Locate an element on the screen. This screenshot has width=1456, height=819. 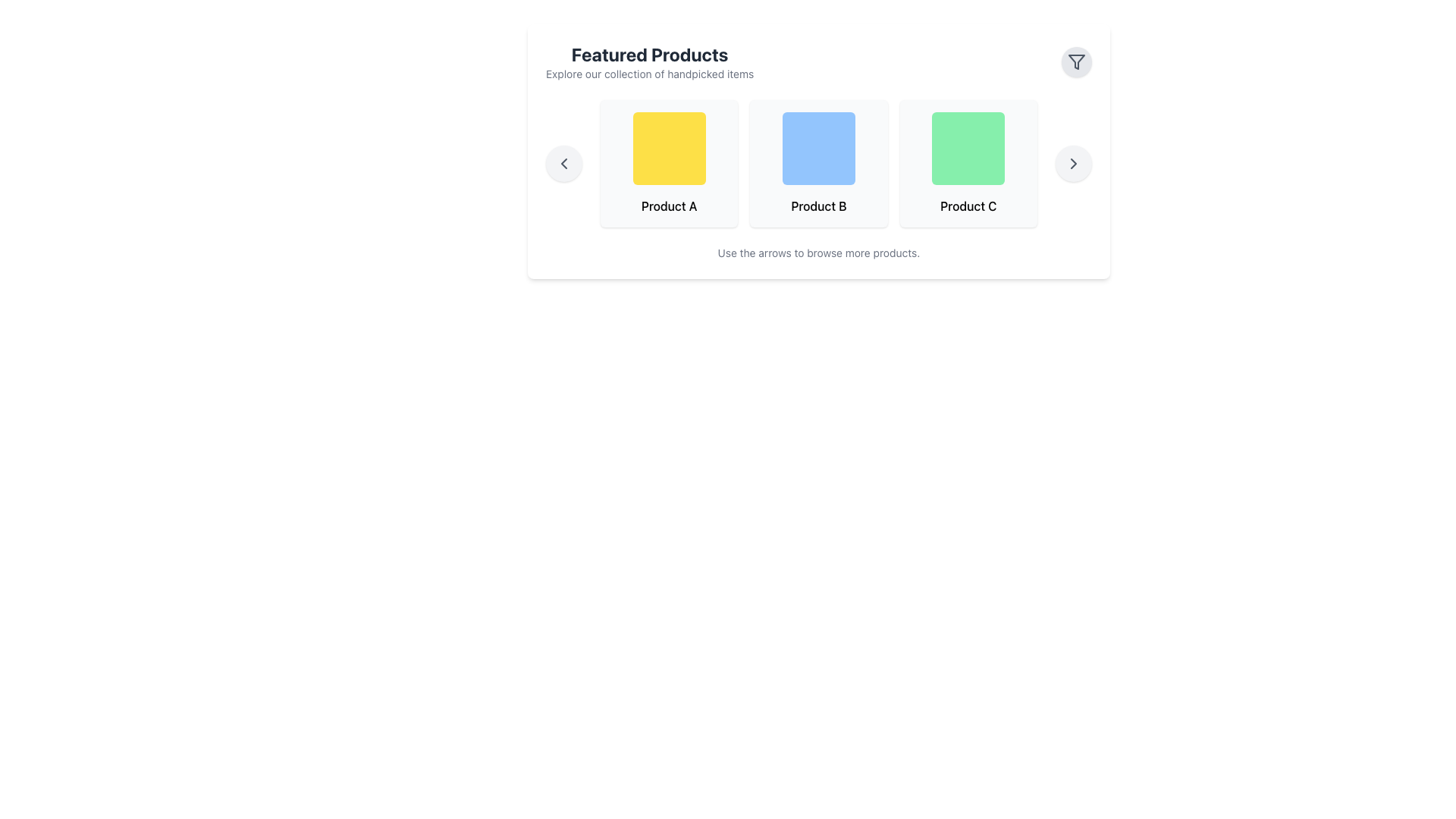
the navigation button located to the left of 'Product A', 'Product B', and 'Product C' is located at coordinates (563, 164).